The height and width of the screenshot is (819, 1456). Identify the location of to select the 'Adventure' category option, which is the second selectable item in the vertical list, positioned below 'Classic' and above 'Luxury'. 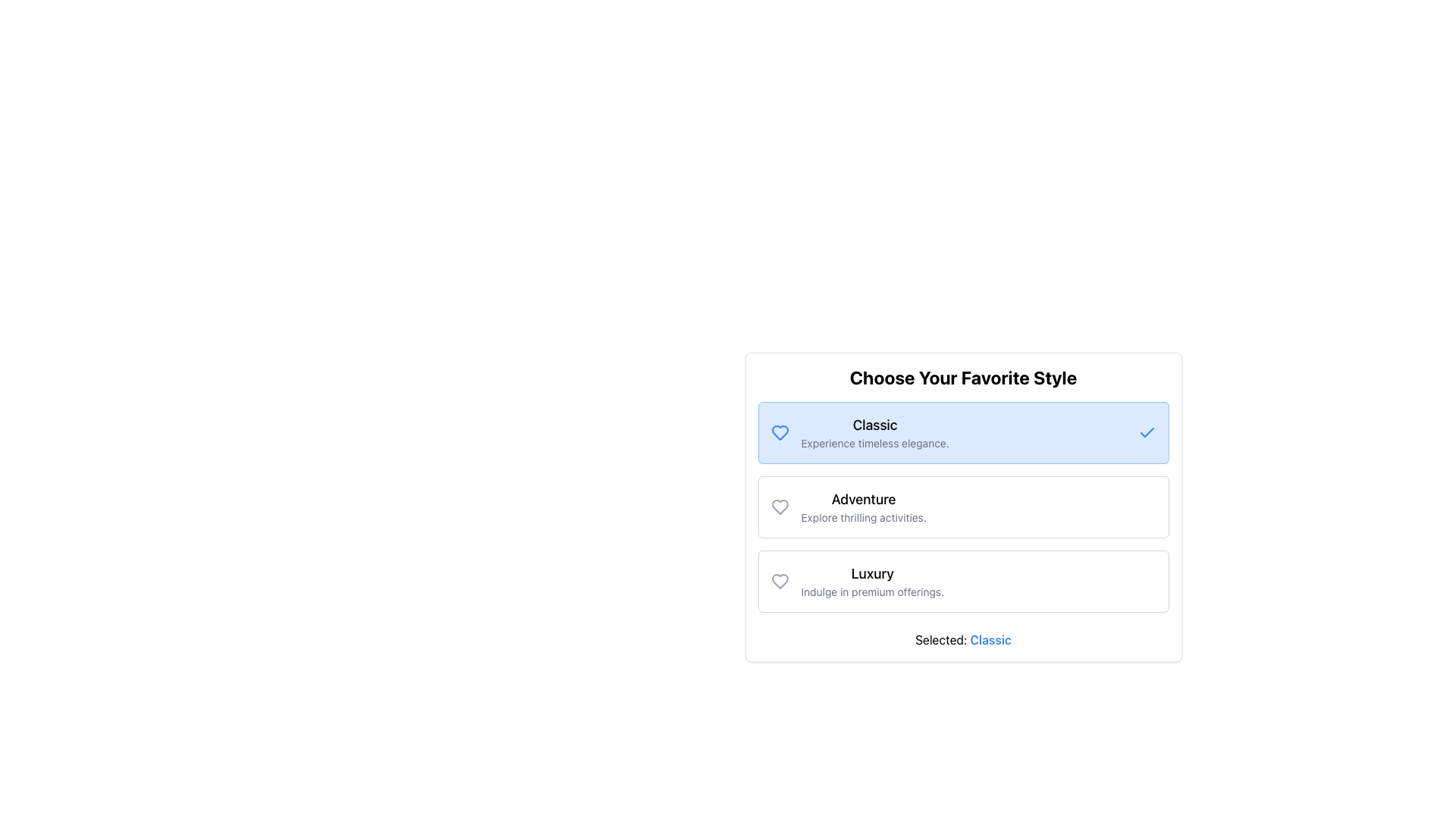
(863, 507).